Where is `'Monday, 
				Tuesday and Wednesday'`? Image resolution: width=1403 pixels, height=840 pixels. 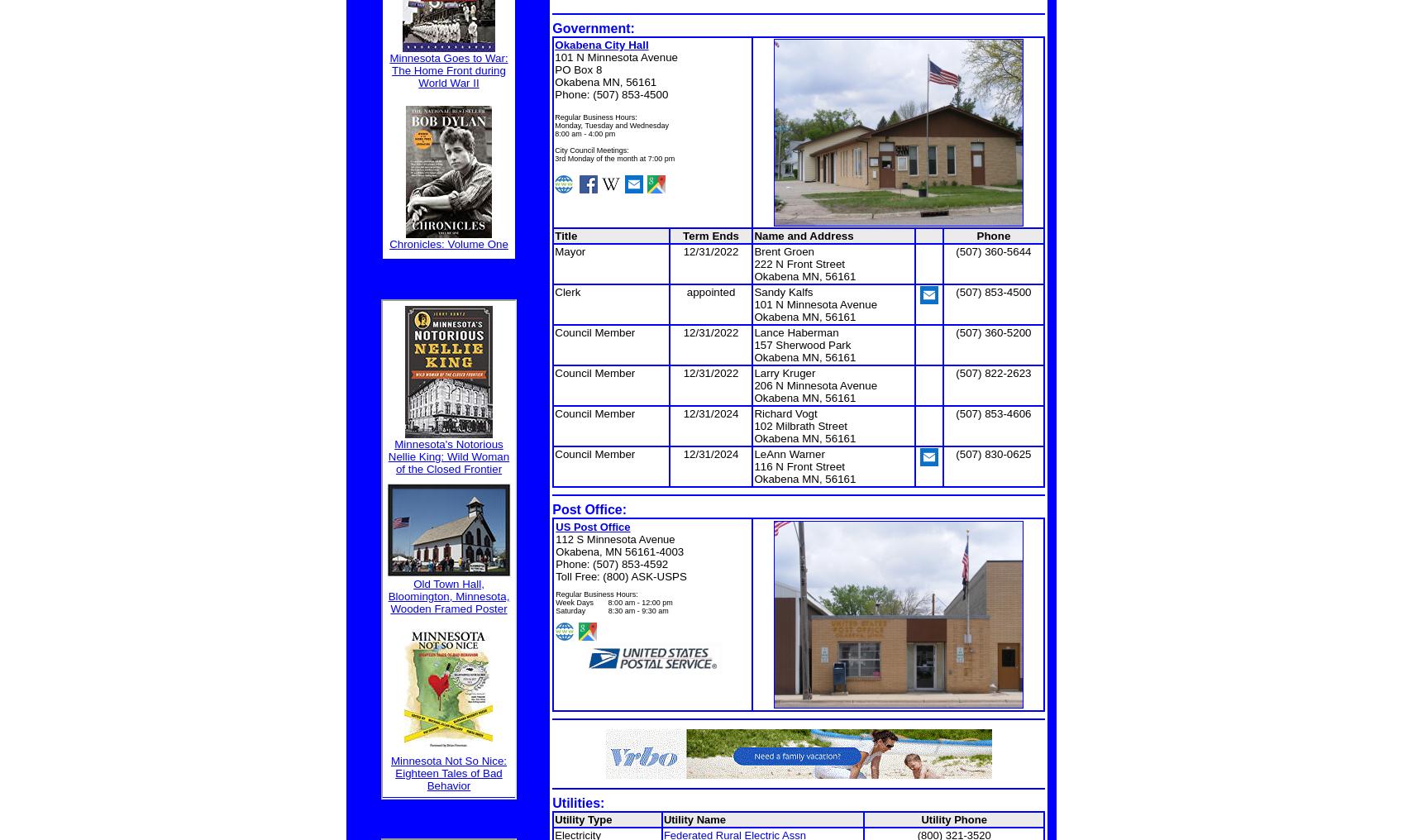 'Monday, 
				Tuesday and Wednesday' is located at coordinates (611, 123).